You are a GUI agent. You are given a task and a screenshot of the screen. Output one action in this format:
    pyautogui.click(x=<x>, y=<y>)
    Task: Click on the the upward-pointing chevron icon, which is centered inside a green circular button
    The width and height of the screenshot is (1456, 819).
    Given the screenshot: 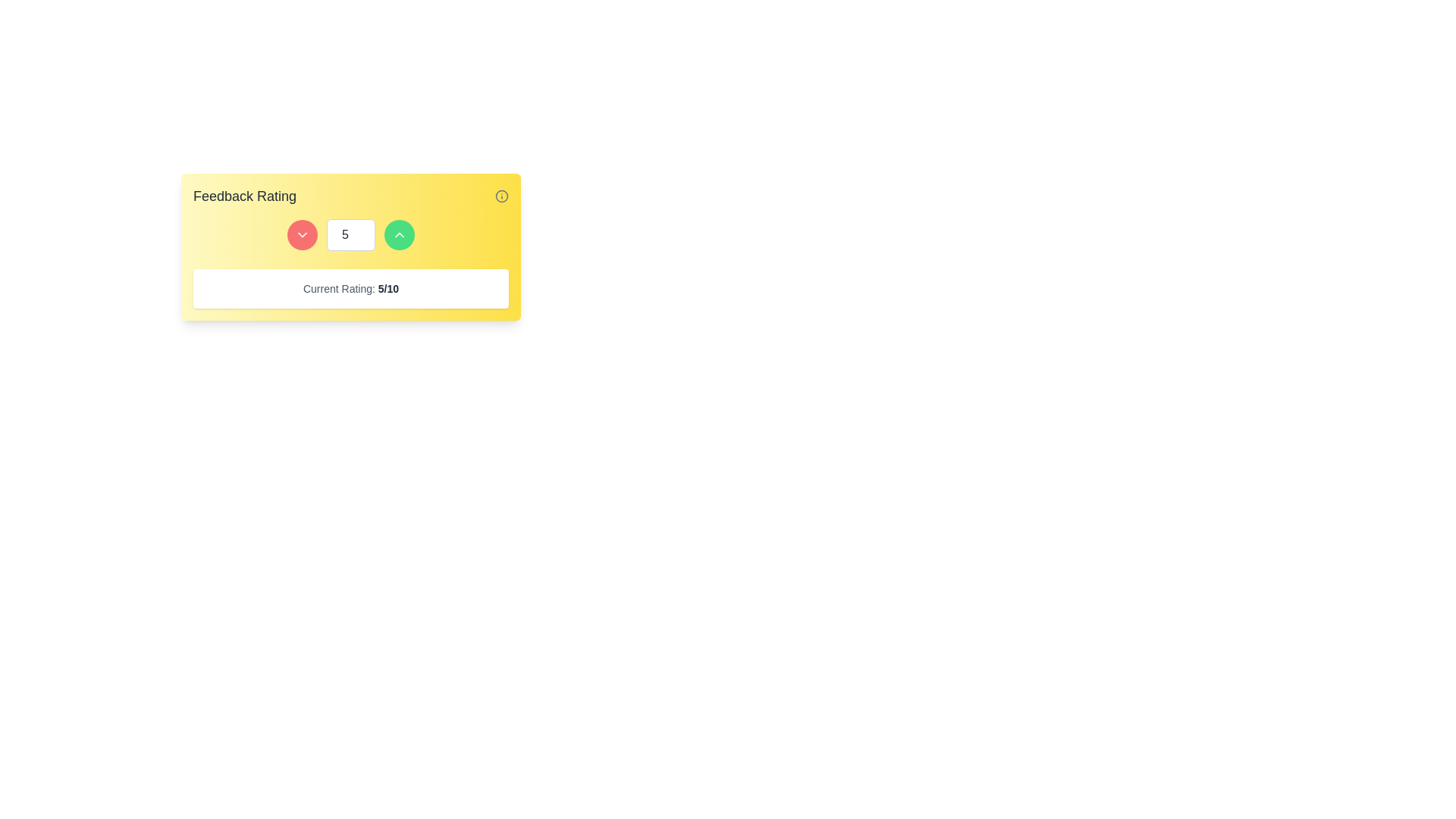 What is the action you would take?
    pyautogui.click(x=400, y=234)
    